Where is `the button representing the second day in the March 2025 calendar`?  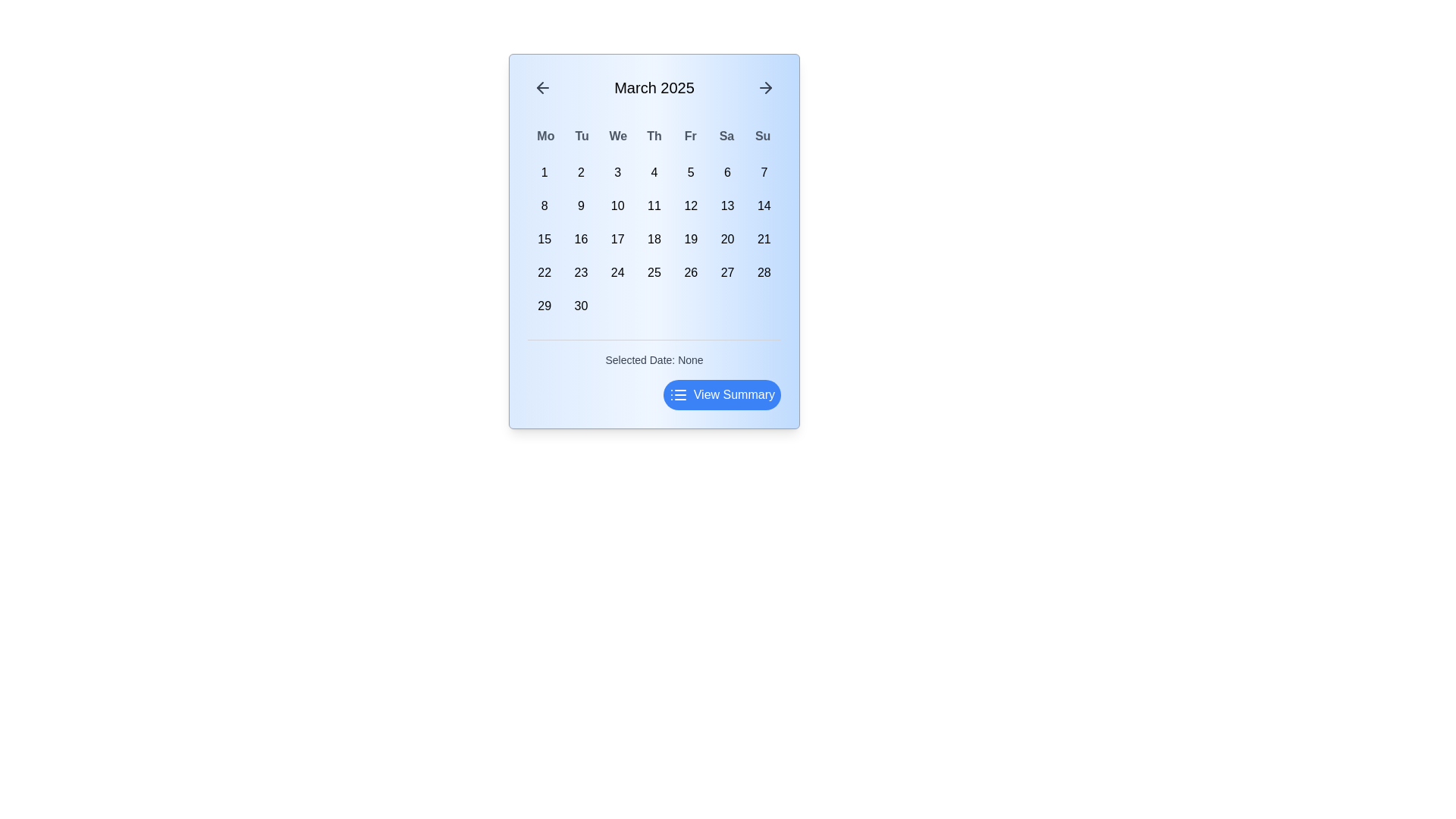
the button representing the second day in the March 2025 calendar is located at coordinates (580, 171).